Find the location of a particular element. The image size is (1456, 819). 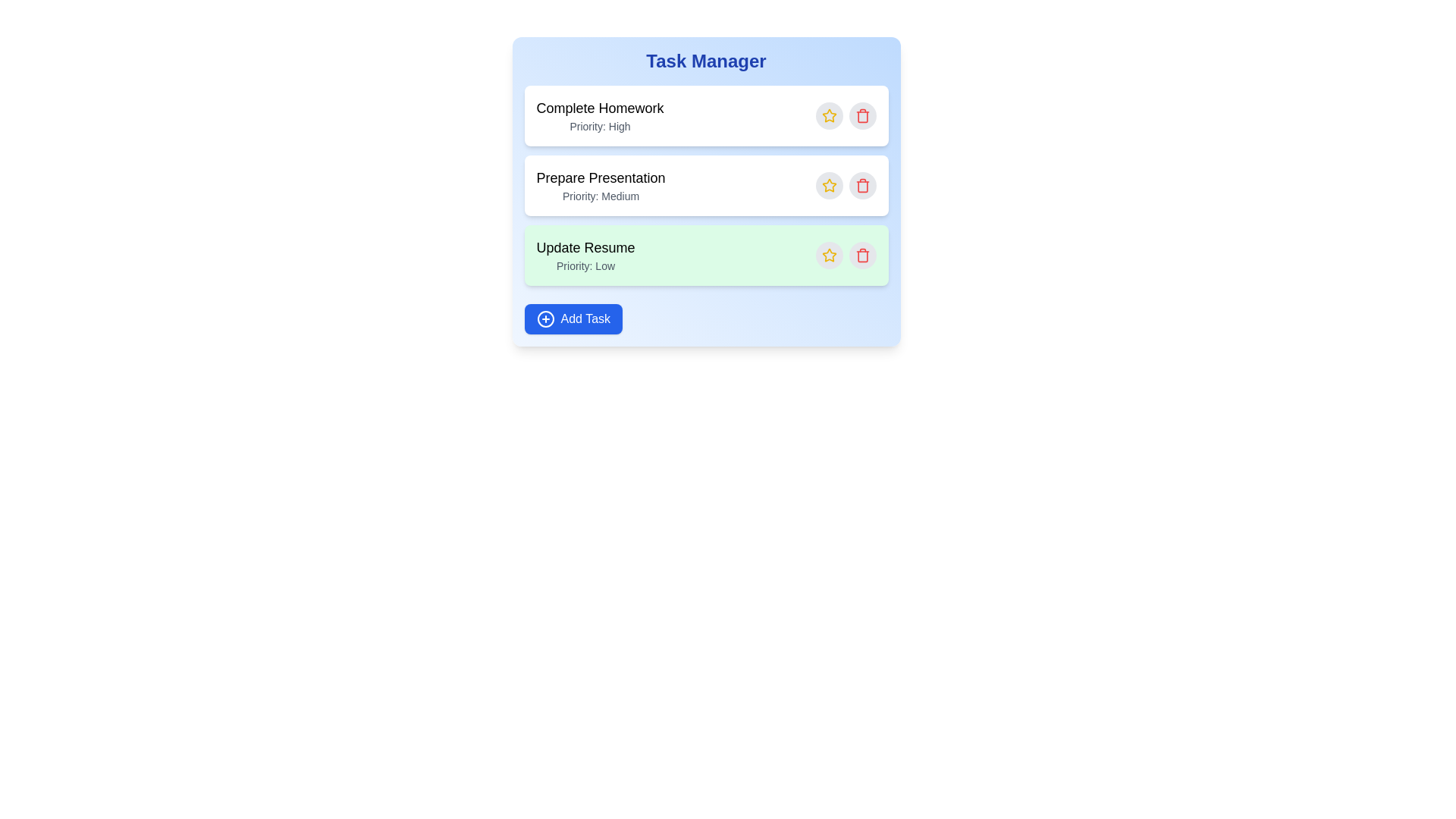

the 'Add Task' button to add a new task is located at coordinates (572, 318).